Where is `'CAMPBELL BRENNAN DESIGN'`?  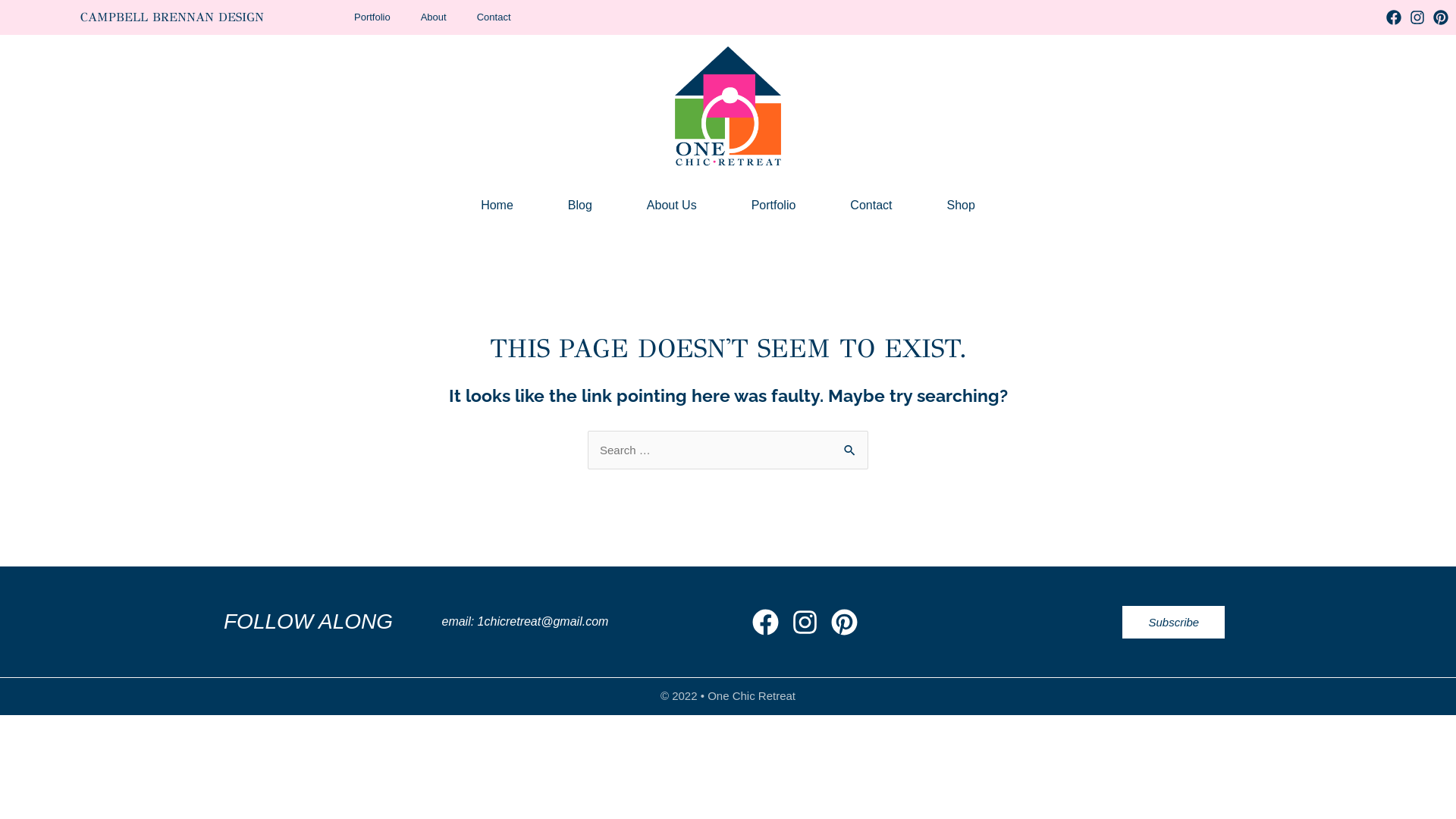 'CAMPBELL BRENNAN DESIGN' is located at coordinates (171, 17).